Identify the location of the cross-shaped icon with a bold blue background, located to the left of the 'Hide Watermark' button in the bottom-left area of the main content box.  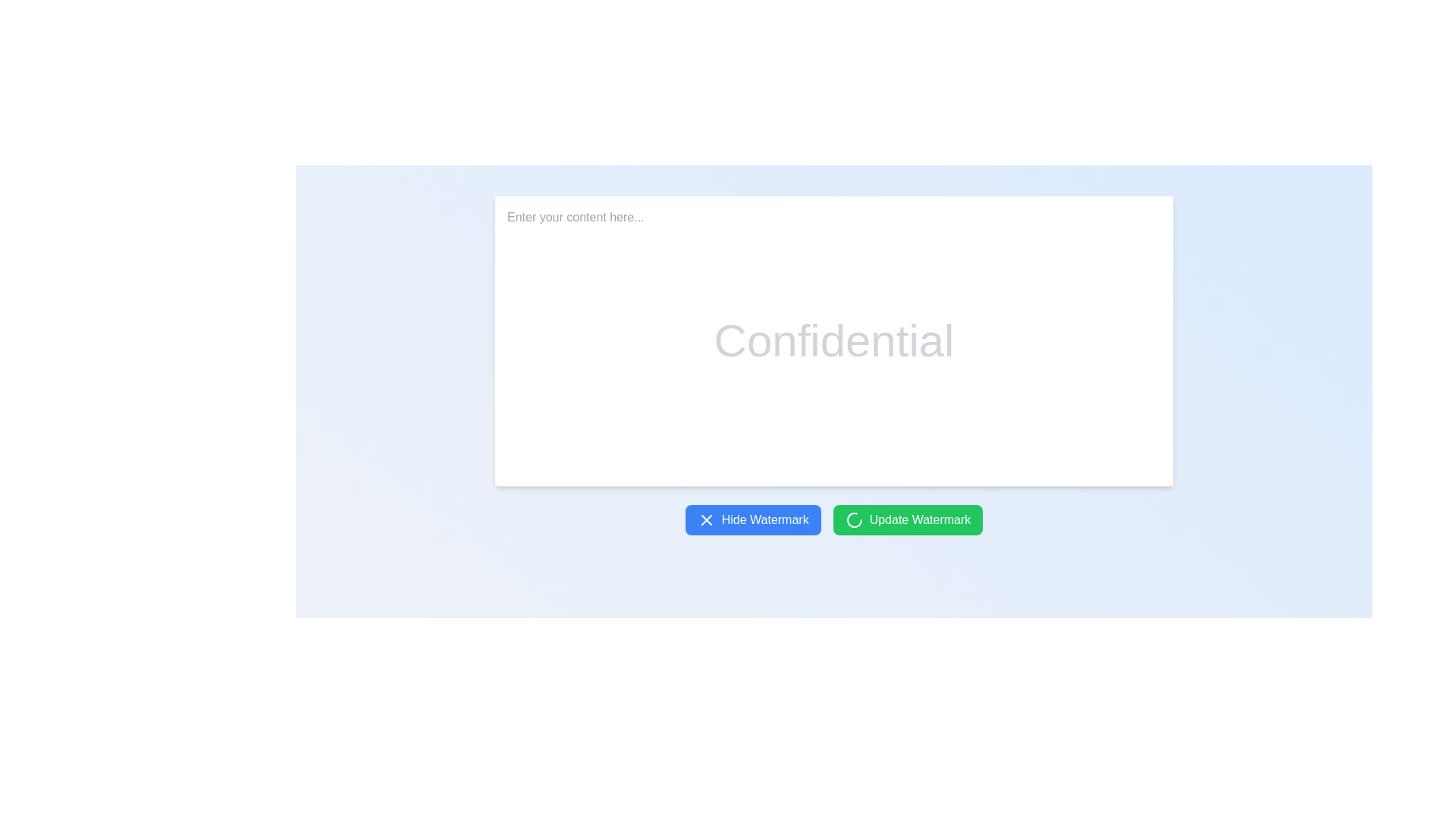
(705, 519).